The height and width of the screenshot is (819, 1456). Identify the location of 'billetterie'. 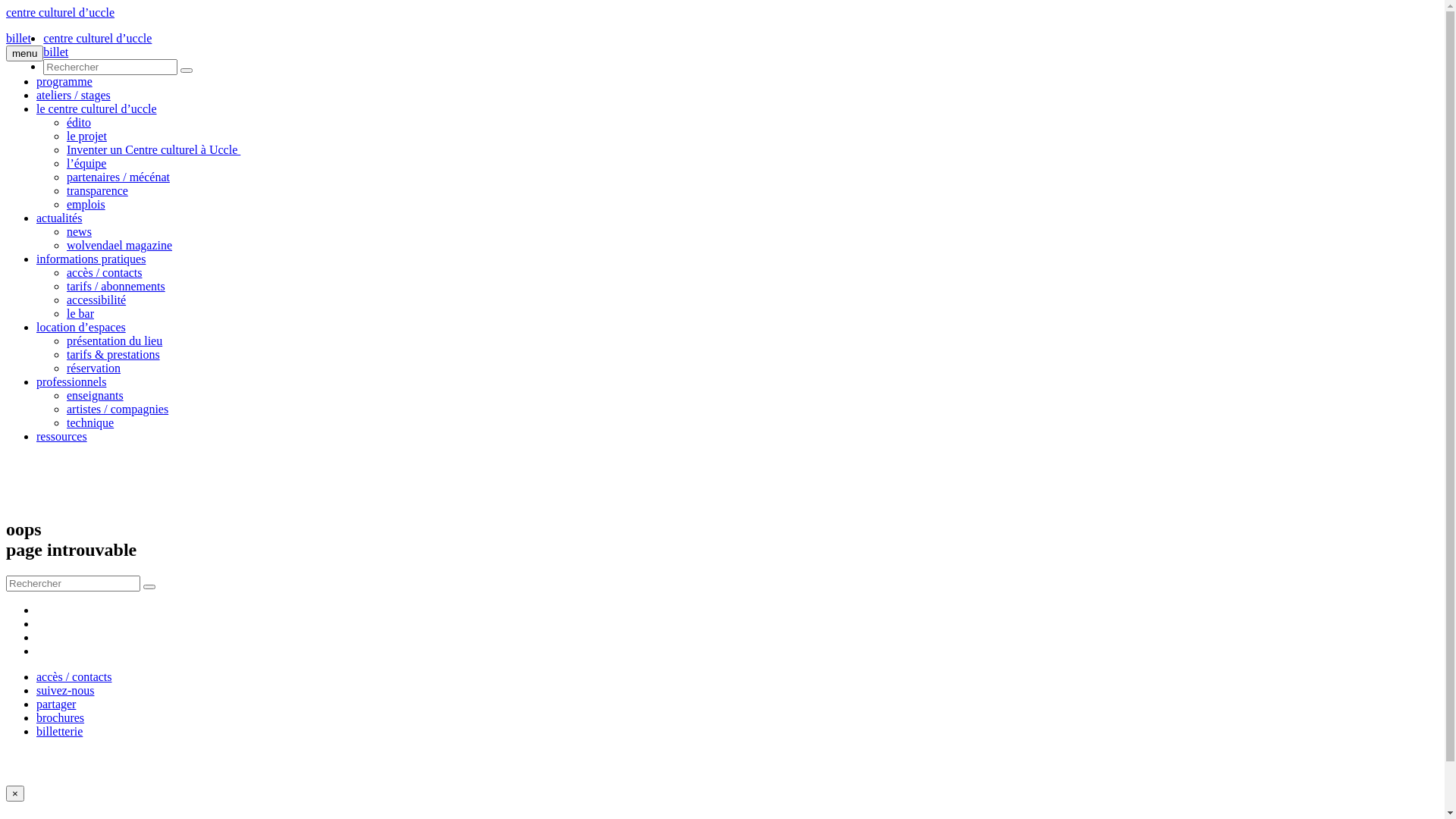
(59, 730).